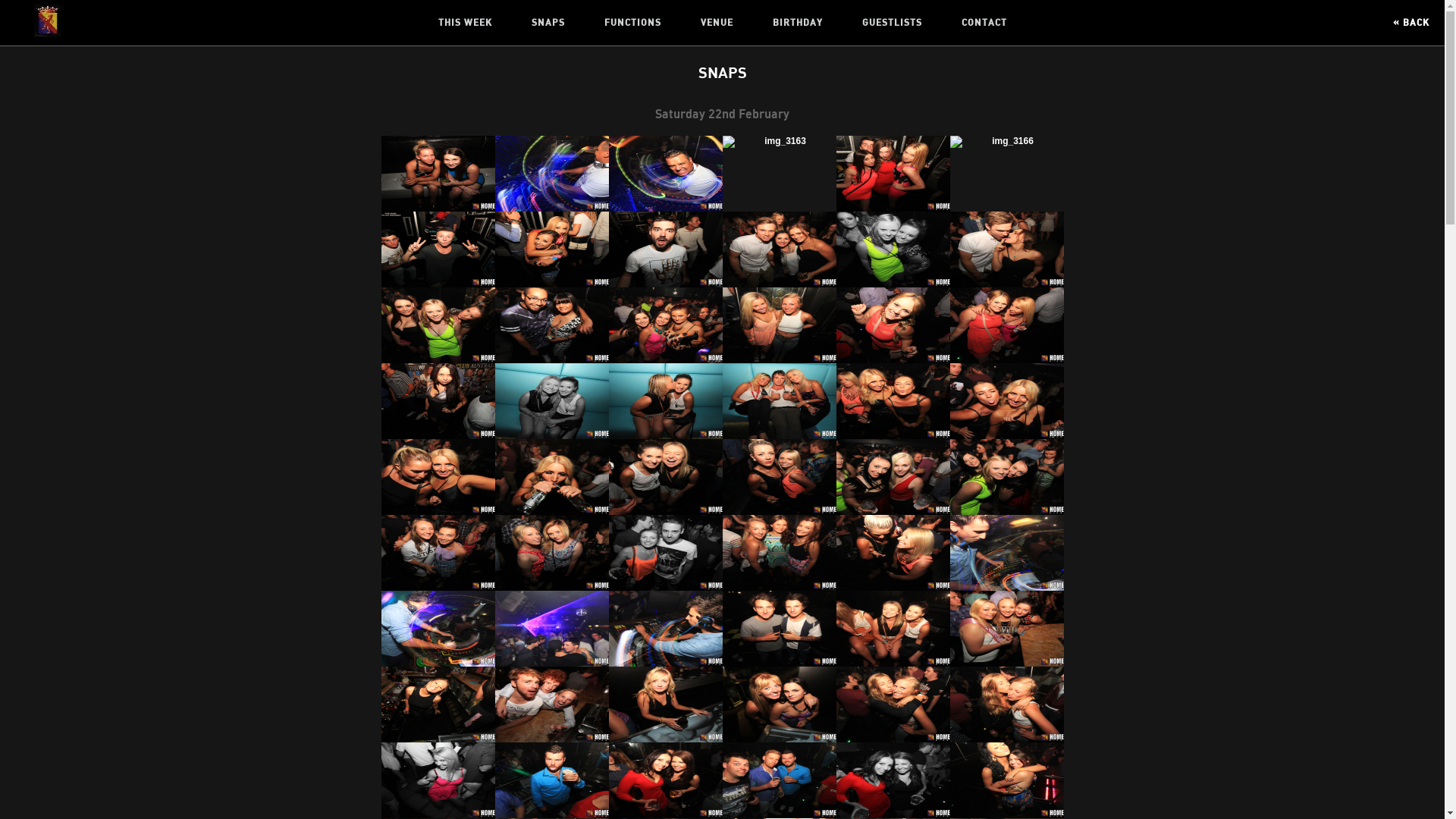  What do you see at coordinates (835, 248) in the screenshot?
I see `' '` at bounding box center [835, 248].